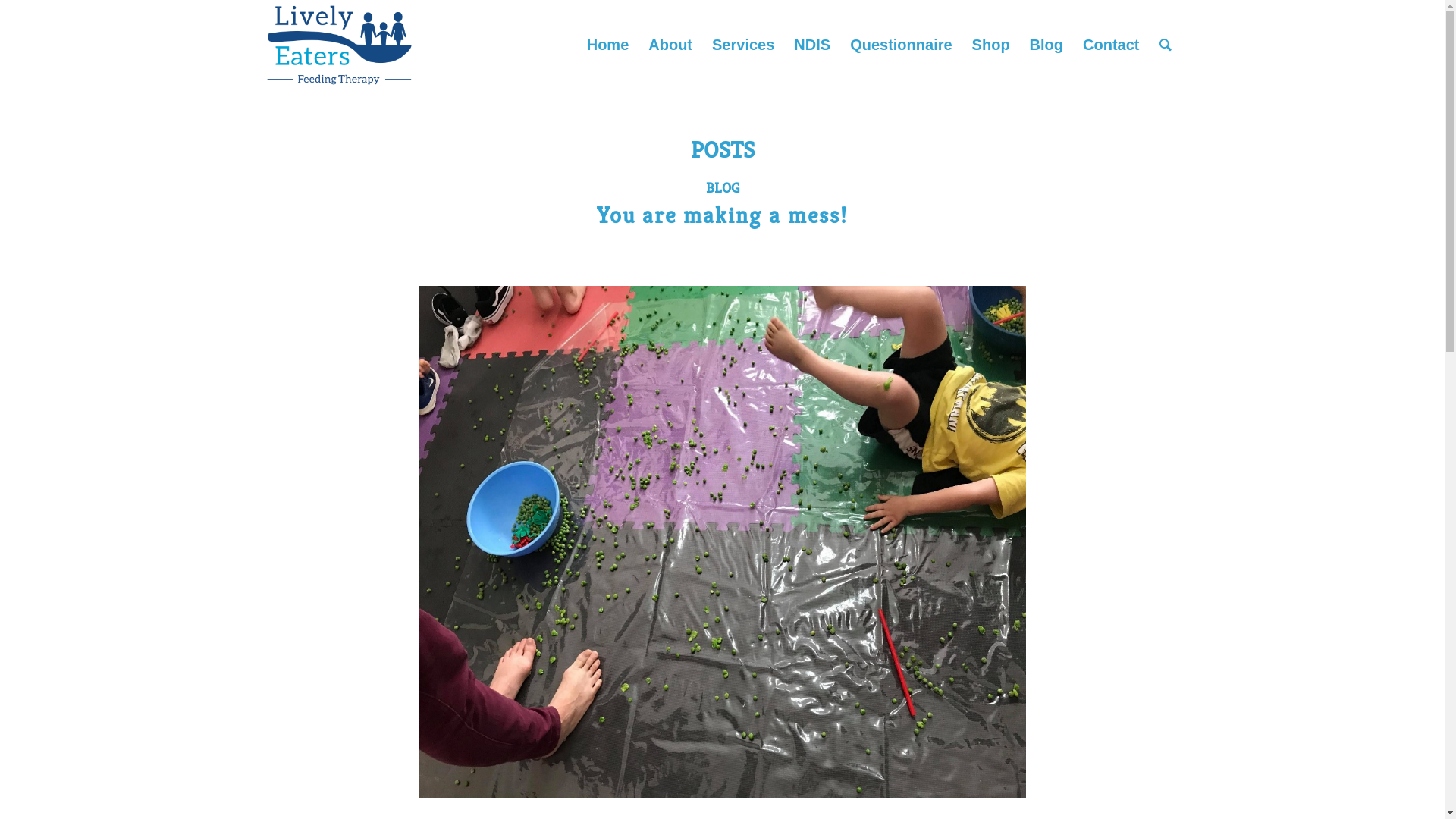 The height and width of the screenshot is (819, 1456). What do you see at coordinates (811, 43) in the screenshot?
I see `'NDIS'` at bounding box center [811, 43].